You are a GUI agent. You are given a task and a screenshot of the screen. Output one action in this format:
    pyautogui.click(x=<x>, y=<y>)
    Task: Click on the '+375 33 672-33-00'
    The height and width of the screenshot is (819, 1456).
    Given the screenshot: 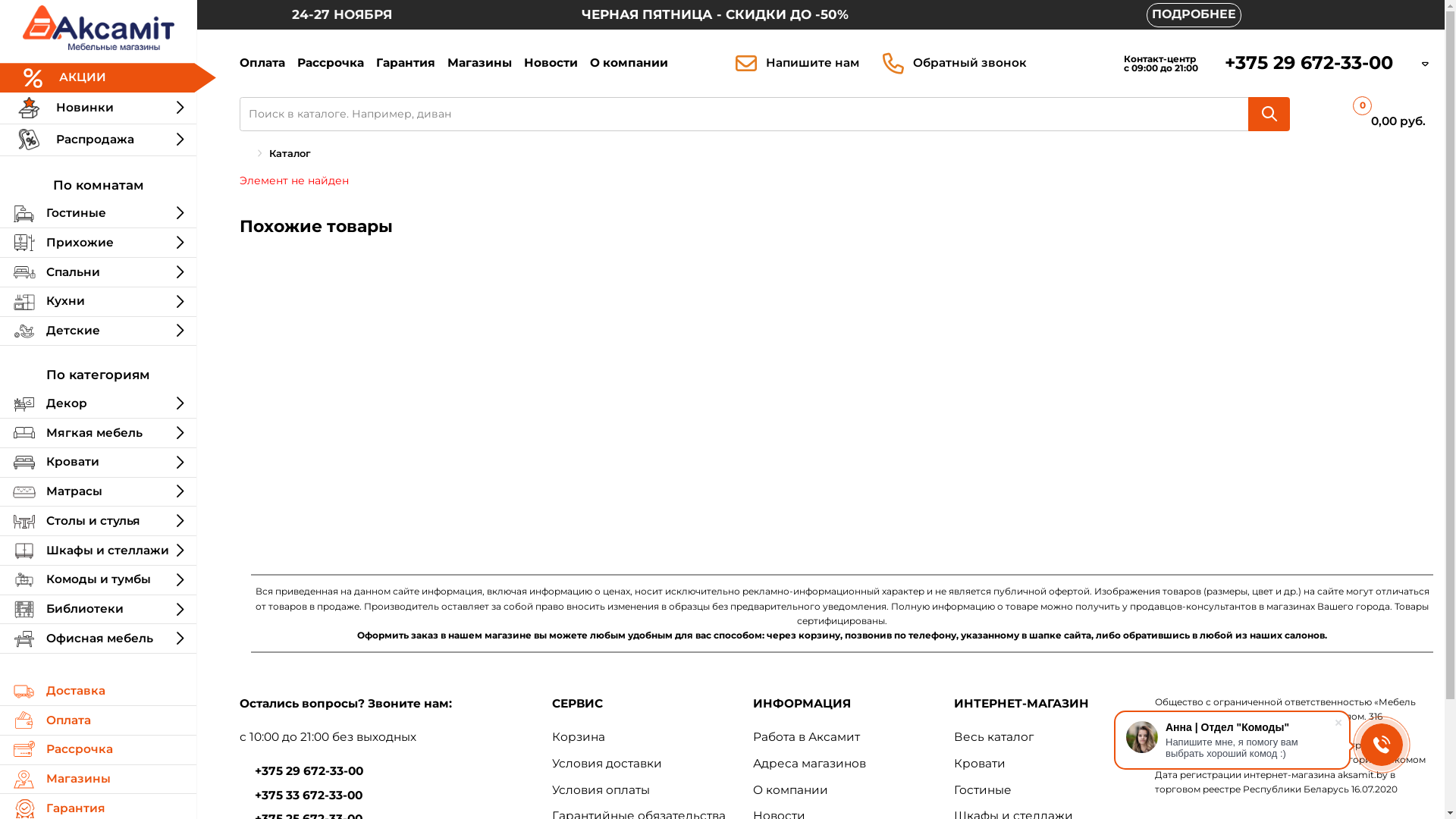 What is the action you would take?
    pyautogui.click(x=308, y=794)
    